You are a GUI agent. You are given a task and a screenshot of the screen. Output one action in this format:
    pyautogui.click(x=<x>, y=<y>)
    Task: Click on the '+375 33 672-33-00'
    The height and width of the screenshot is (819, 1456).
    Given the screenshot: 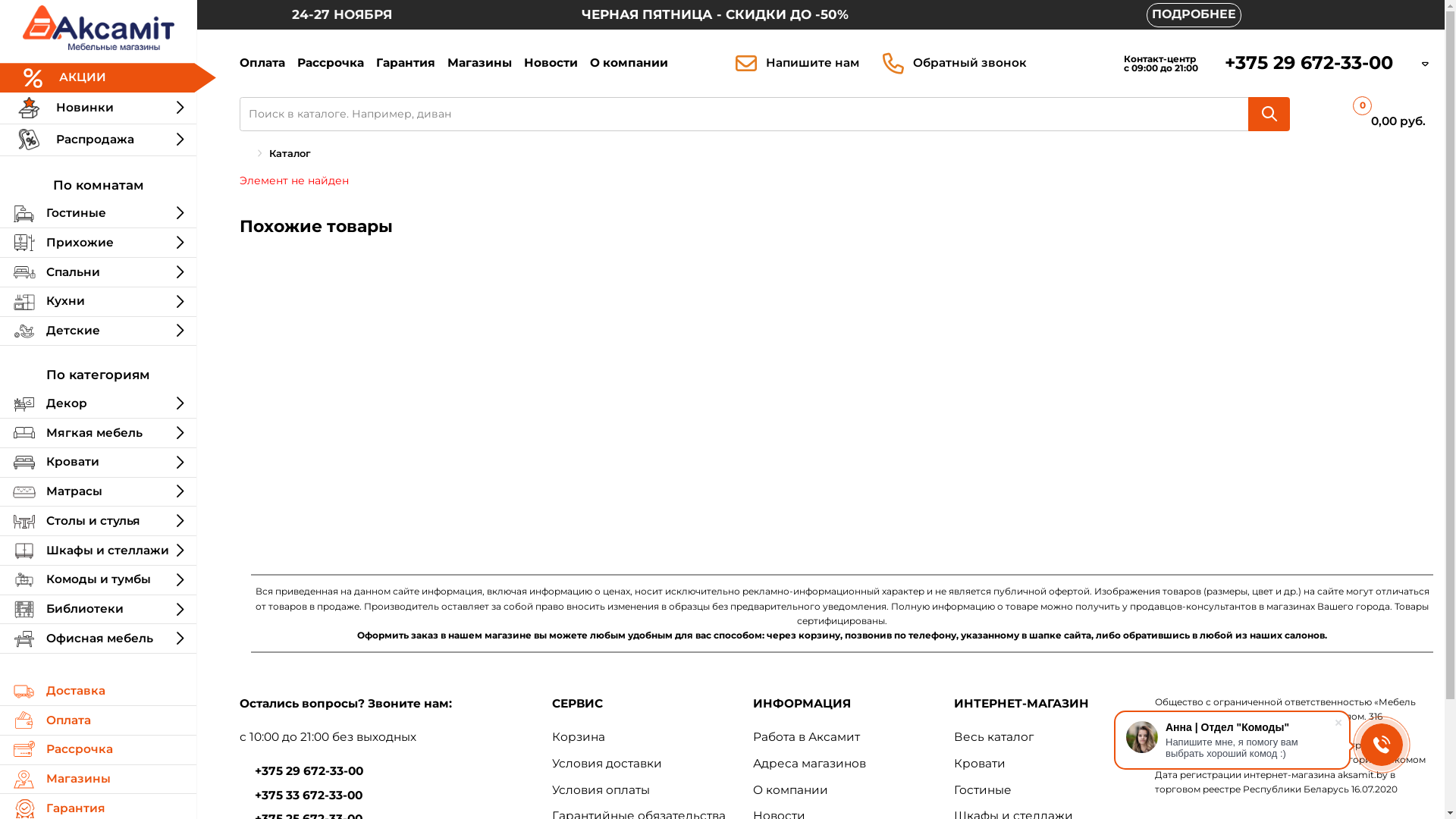 What is the action you would take?
    pyautogui.click(x=308, y=794)
    